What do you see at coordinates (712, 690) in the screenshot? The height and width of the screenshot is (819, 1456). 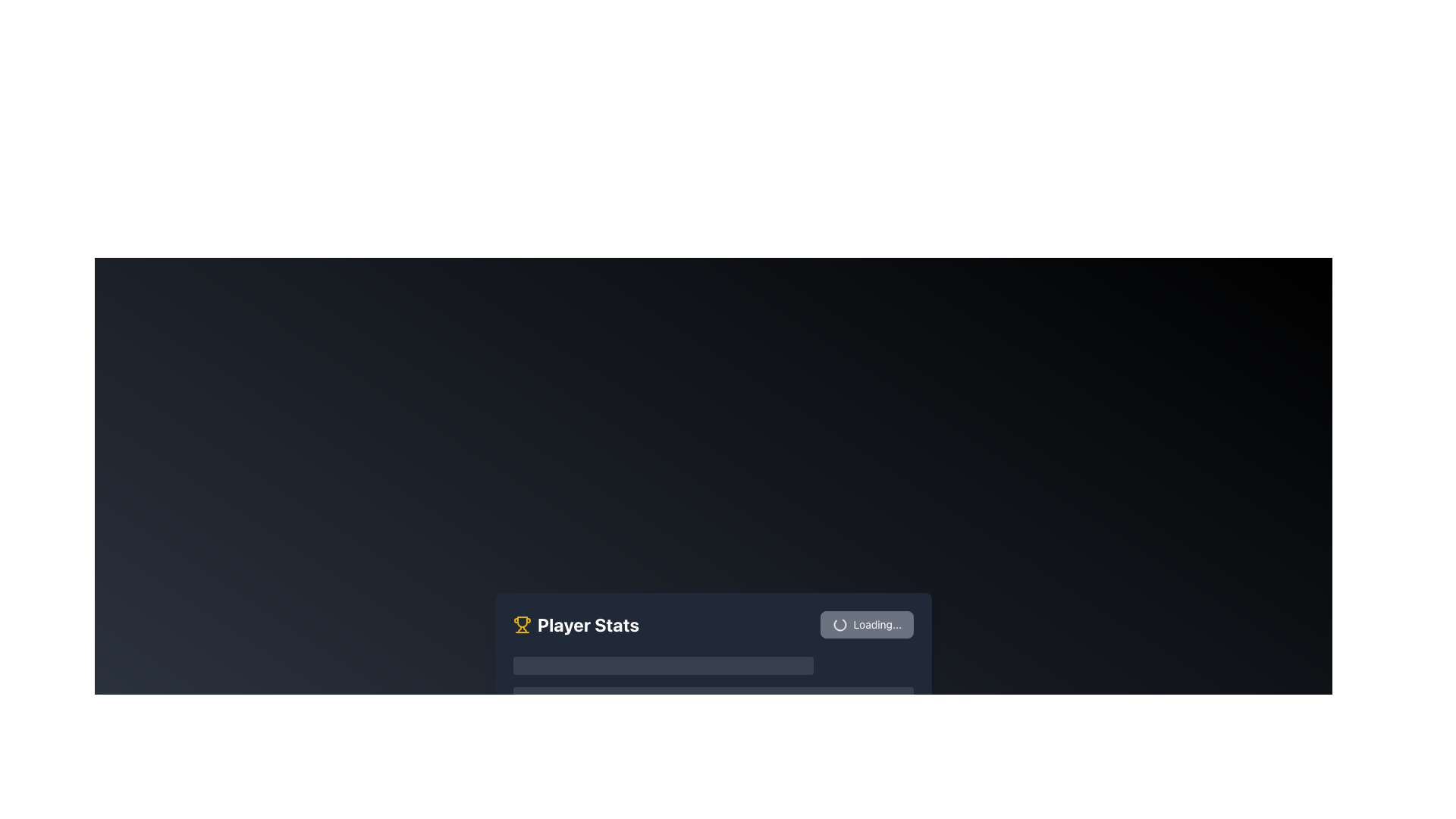 I see `the loading indicator located at the lower portion of the 'Player Stats' card with a 'Loading...' indicator on its top-right corner` at bounding box center [712, 690].